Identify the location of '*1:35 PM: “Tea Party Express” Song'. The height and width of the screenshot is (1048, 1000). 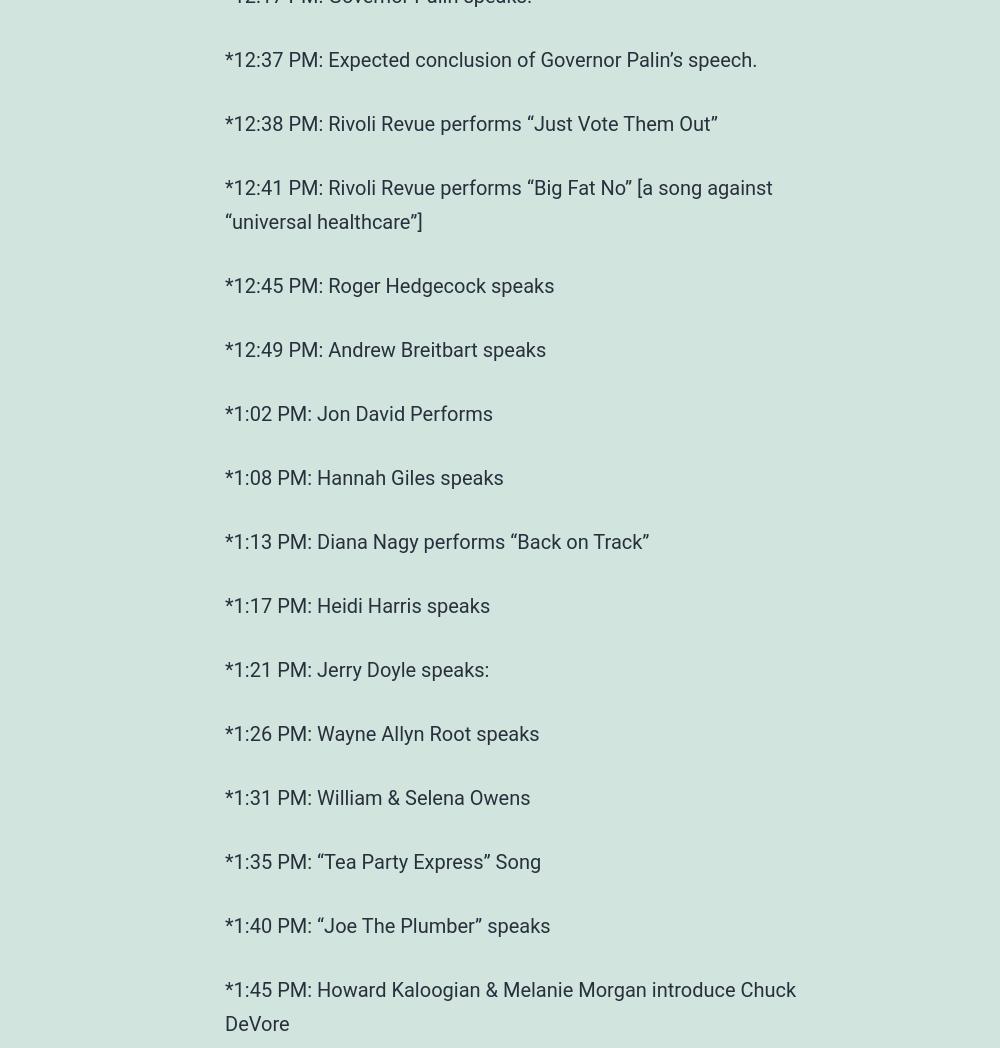
(383, 861).